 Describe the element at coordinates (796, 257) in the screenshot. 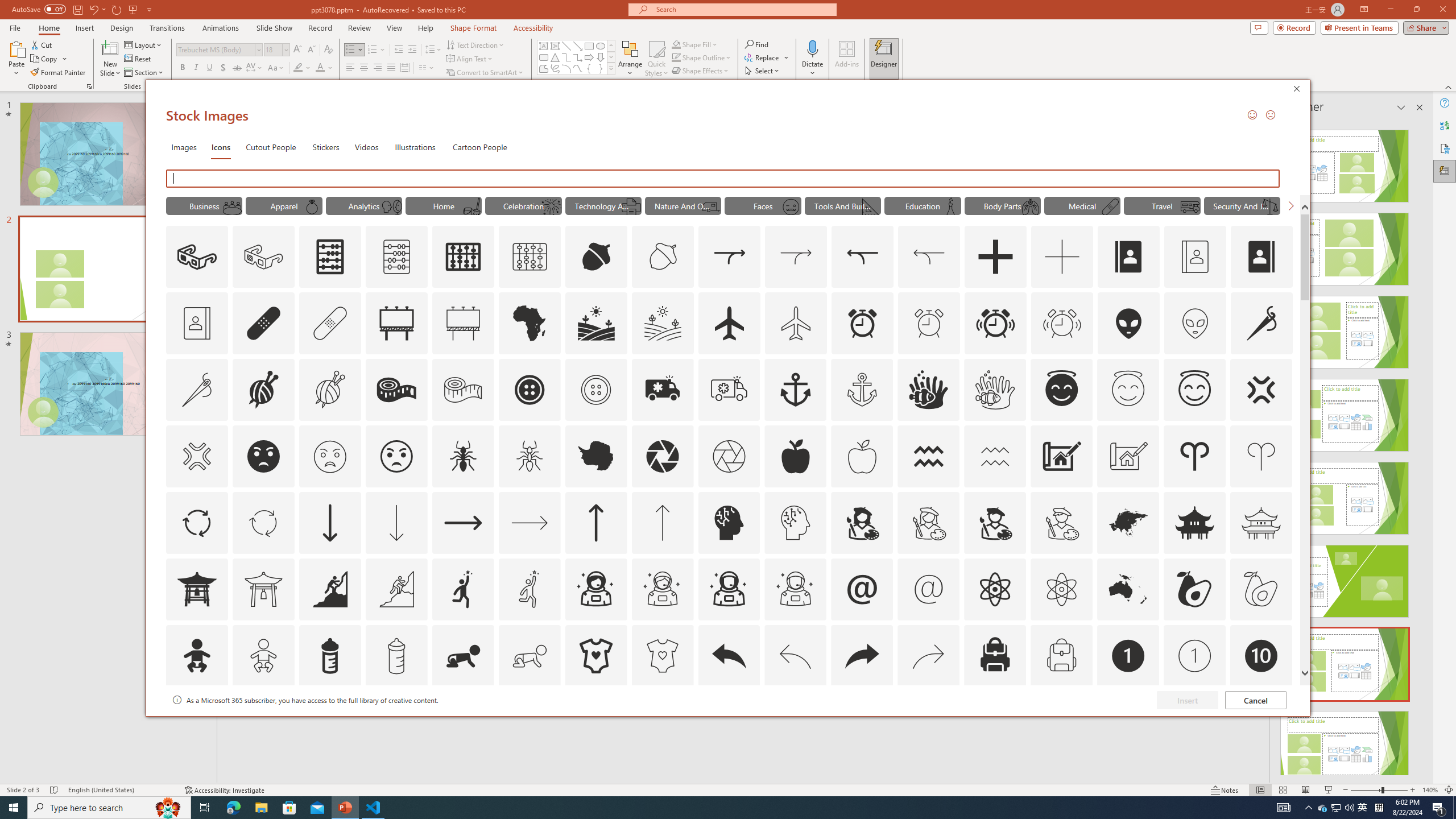

I see `'AutomationID: Icons_Acquisition_LTR_M'` at that location.